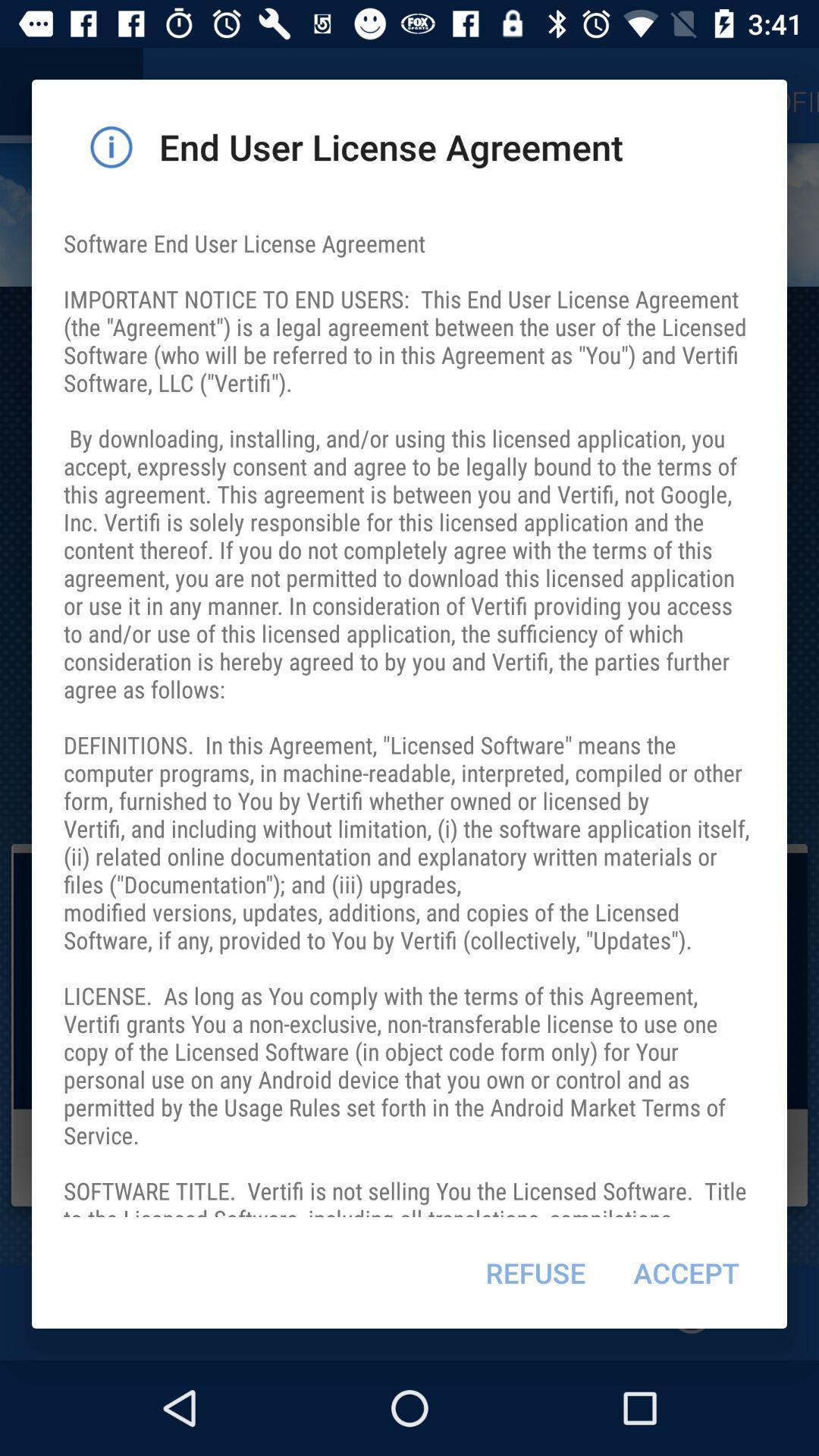 This screenshot has width=819, height=1456. Describe the element at coordinates (686, 1272) in the screenshot. I see `the item next to refuse item` at that location.